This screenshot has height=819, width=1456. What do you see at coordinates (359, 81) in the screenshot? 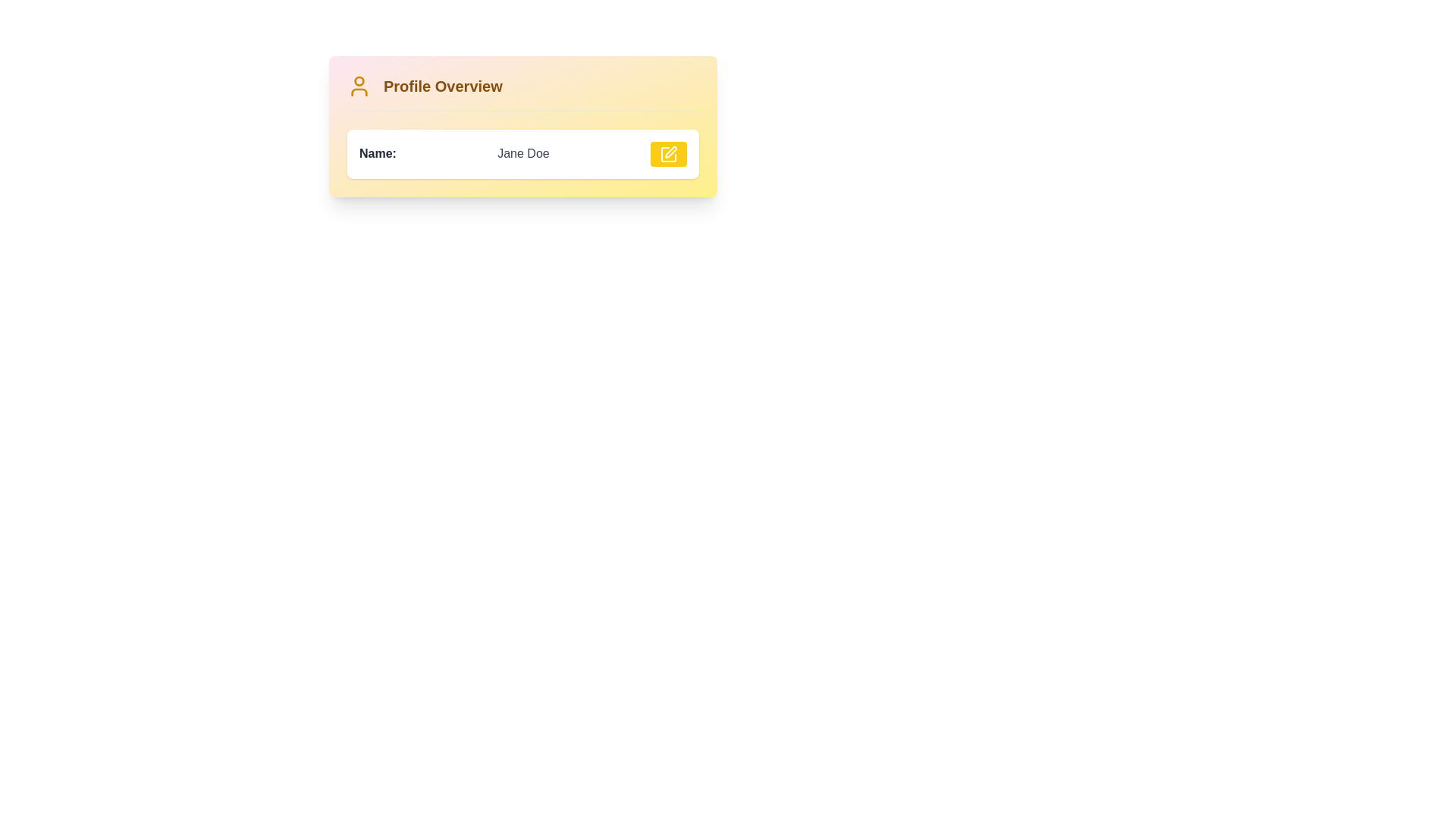
I see `the small circular graphical component located at the top-central area of the profile icon` at bounding box center [359, 81].